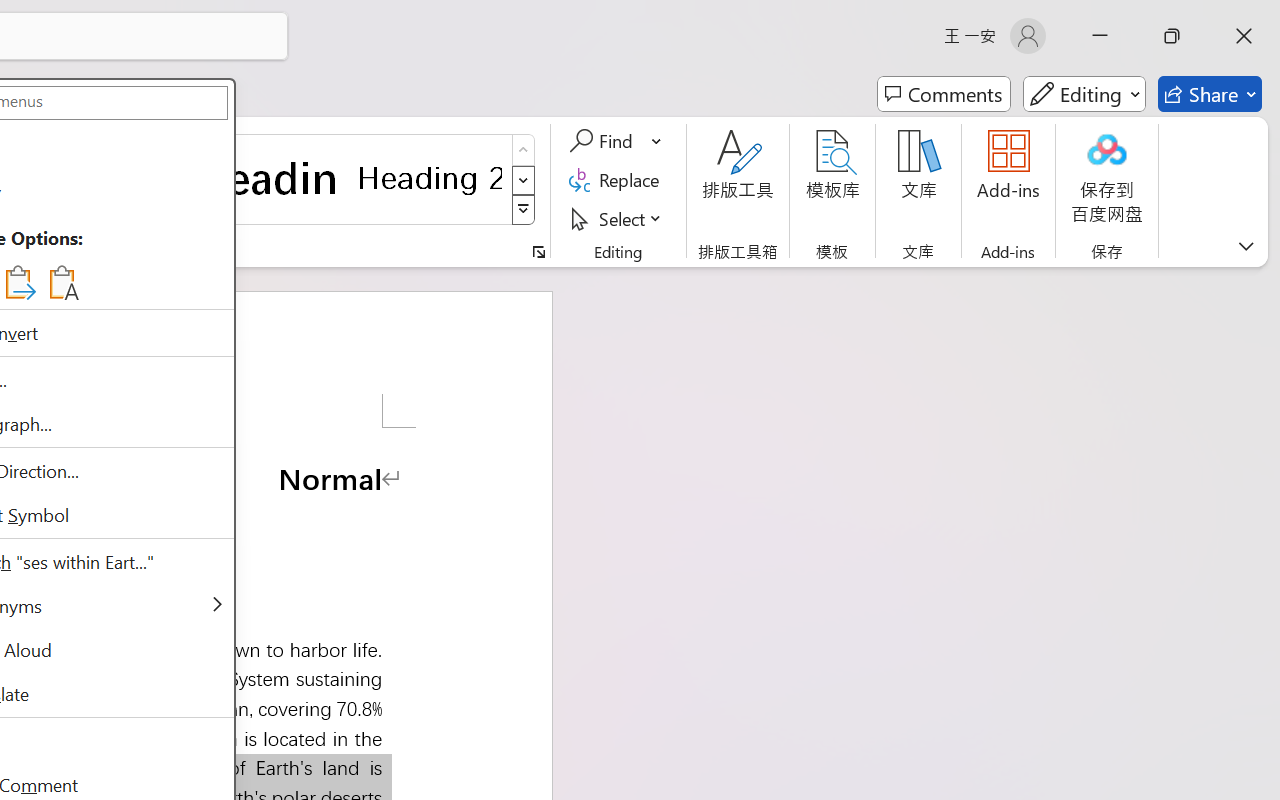 This screenshot has height=800, width=1280. I want to click on 'Row up', so click(523, 150).